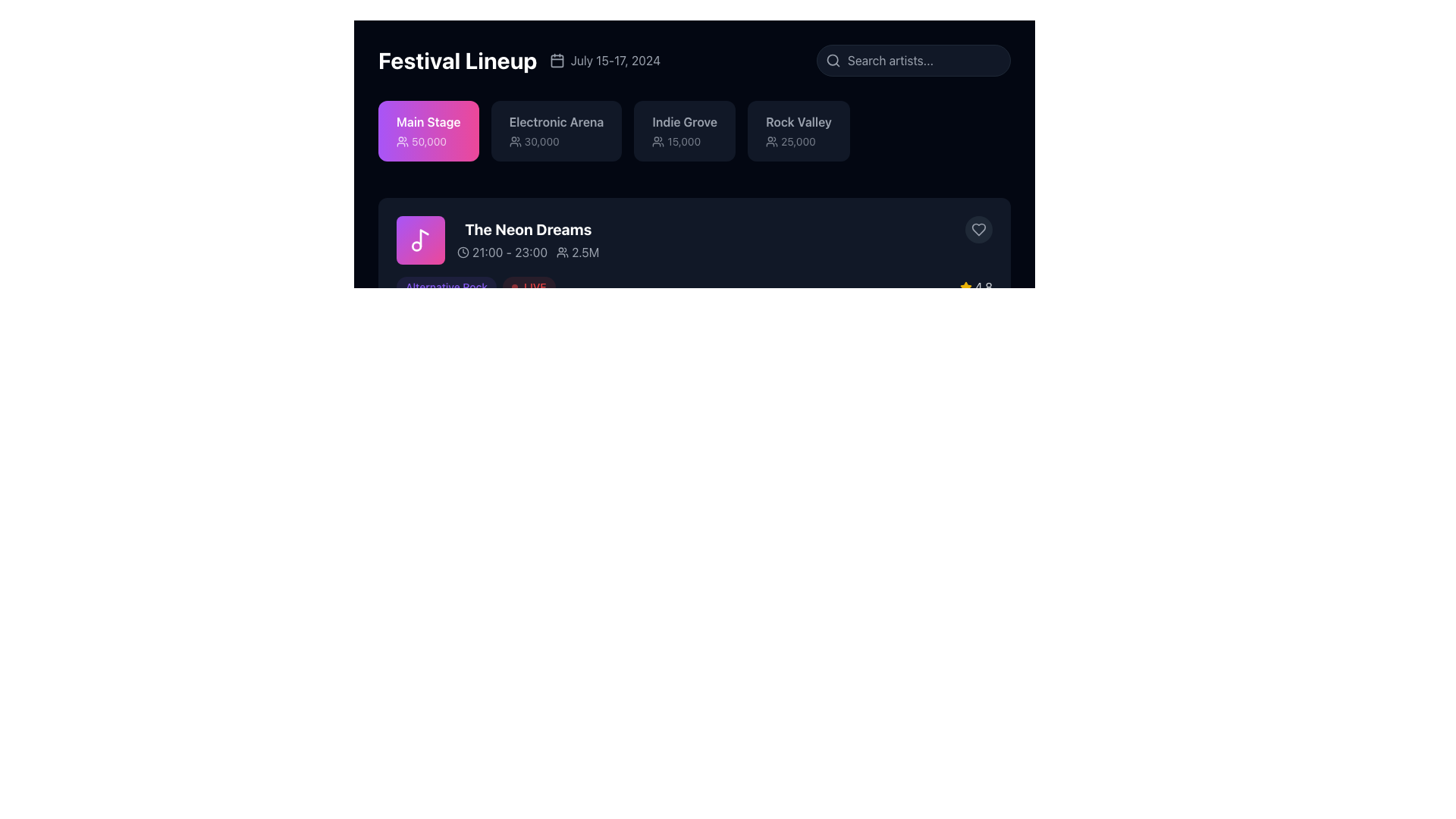 The image size is (1456, 819). What do you see at coordinates (528, 239) in the screenshot?
I see `the Display Text Block that shows event details, including a bold title and supplementary information` at bounding box center [528, 239].